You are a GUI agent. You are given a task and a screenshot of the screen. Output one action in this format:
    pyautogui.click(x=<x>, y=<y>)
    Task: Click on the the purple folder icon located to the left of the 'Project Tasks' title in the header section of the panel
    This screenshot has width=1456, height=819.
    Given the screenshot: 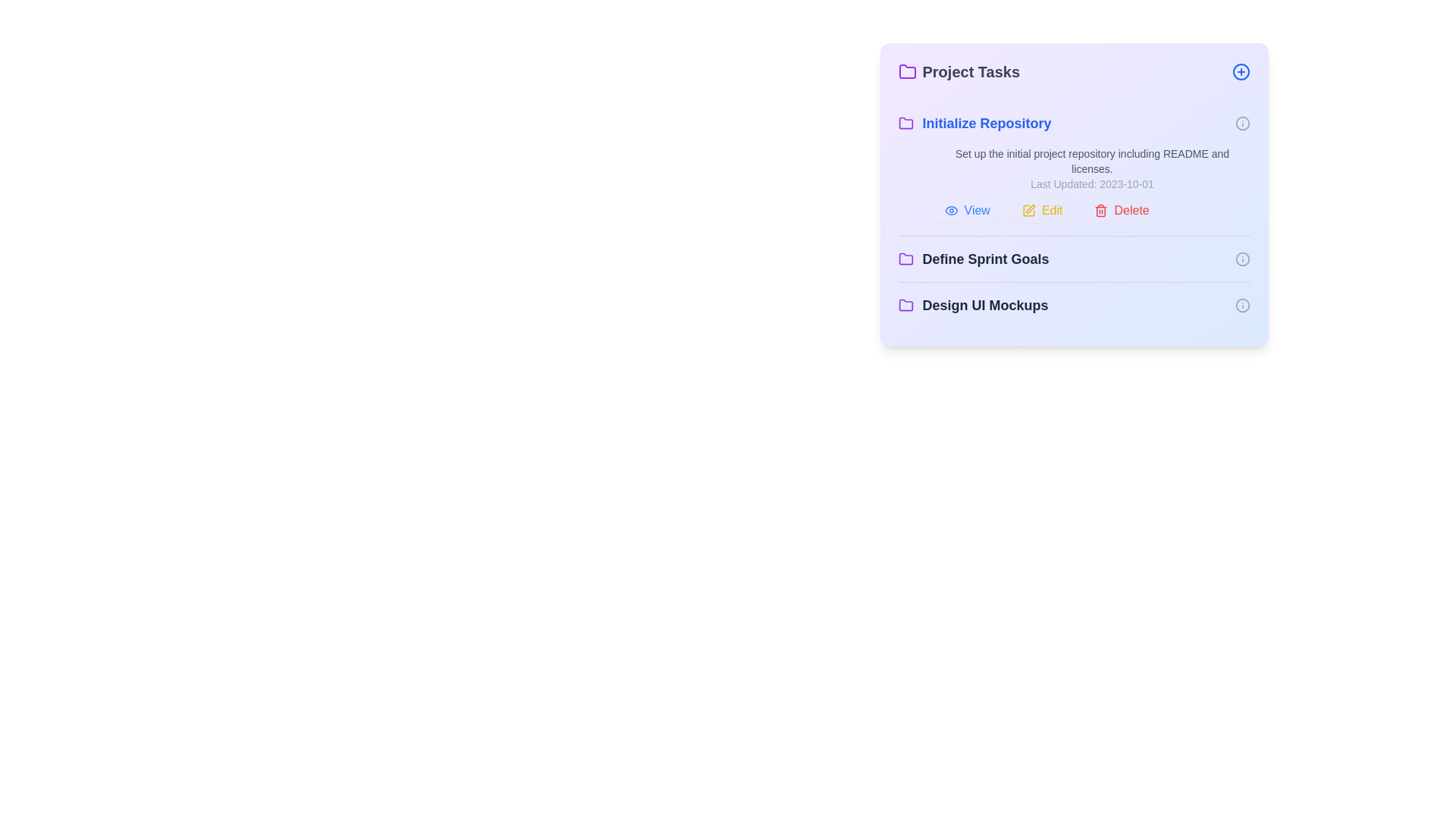 What is the action you would take?
    pyautogui.click(x=907, y=72)
    